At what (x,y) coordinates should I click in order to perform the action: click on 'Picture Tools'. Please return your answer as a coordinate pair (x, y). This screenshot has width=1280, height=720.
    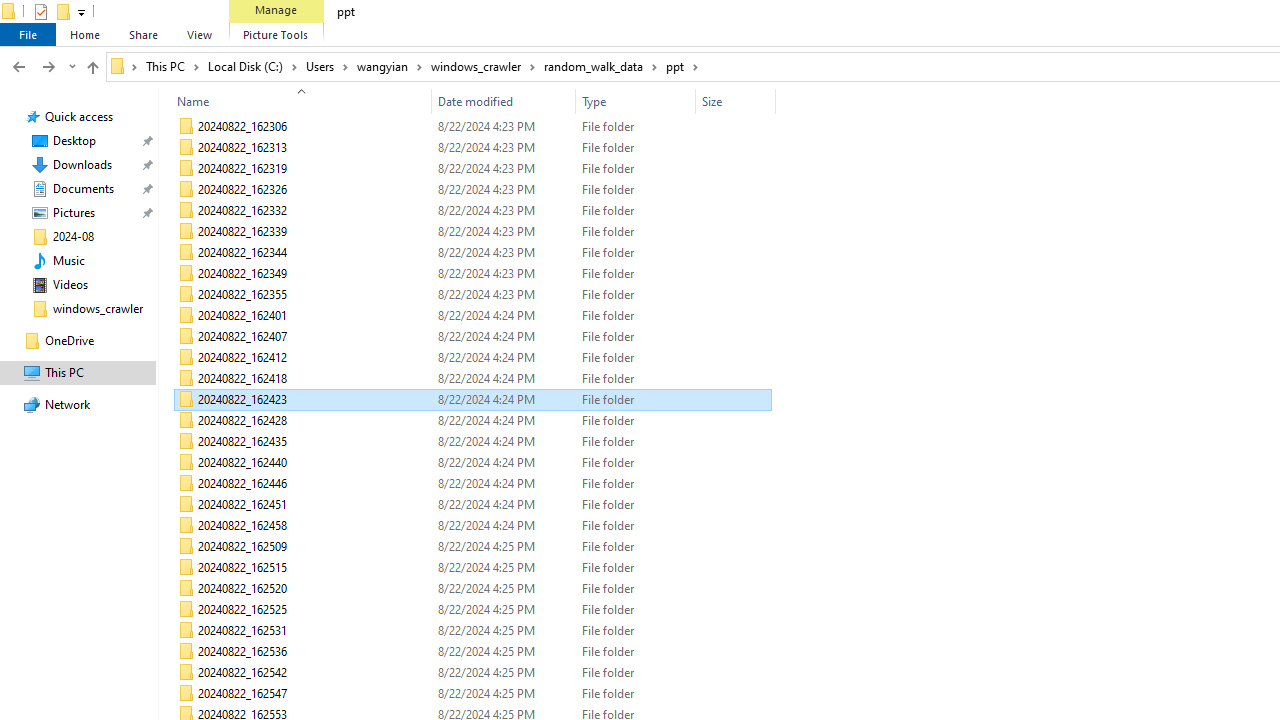
    Looking at the image, I should click on (274, 34).